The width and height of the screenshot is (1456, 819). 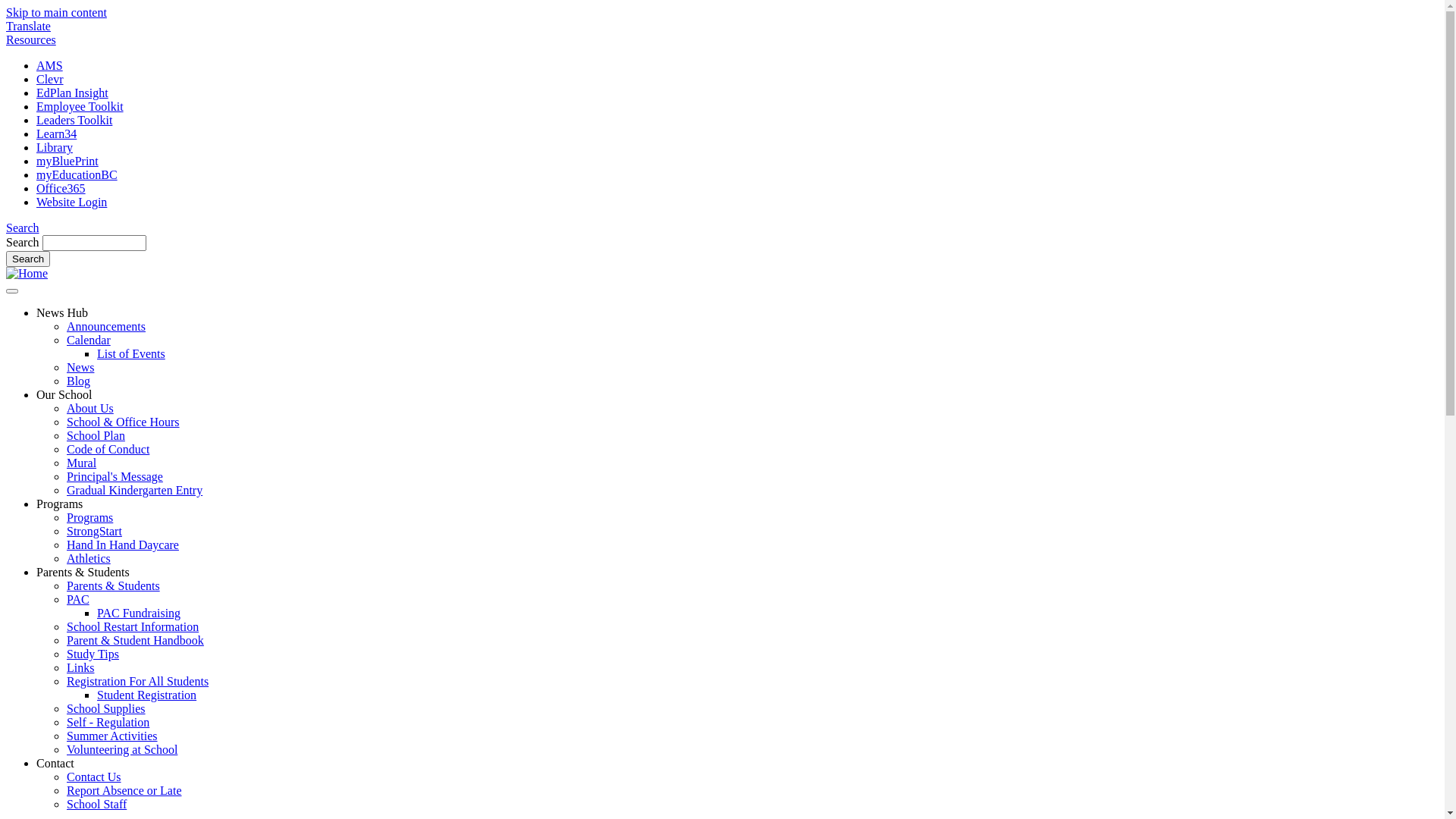 What do you see at coordinates (56, 12) in the screenshot?
I see `'Skip to main content'` at bounding box center [56, 12].